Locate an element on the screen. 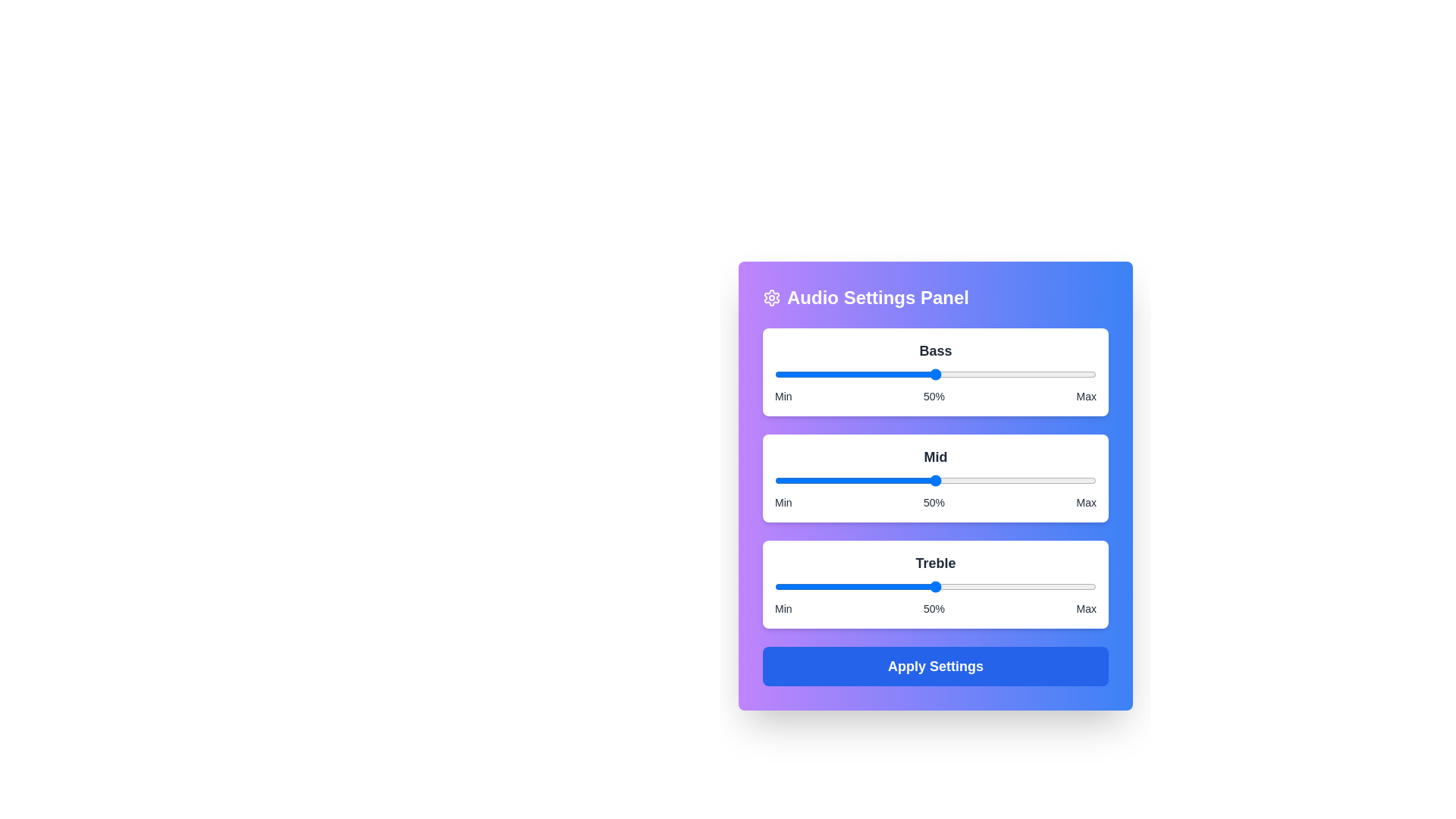 Image resolution: width=1456 pixels, height=819 pixels. slider is located at coordinates (922, 480).